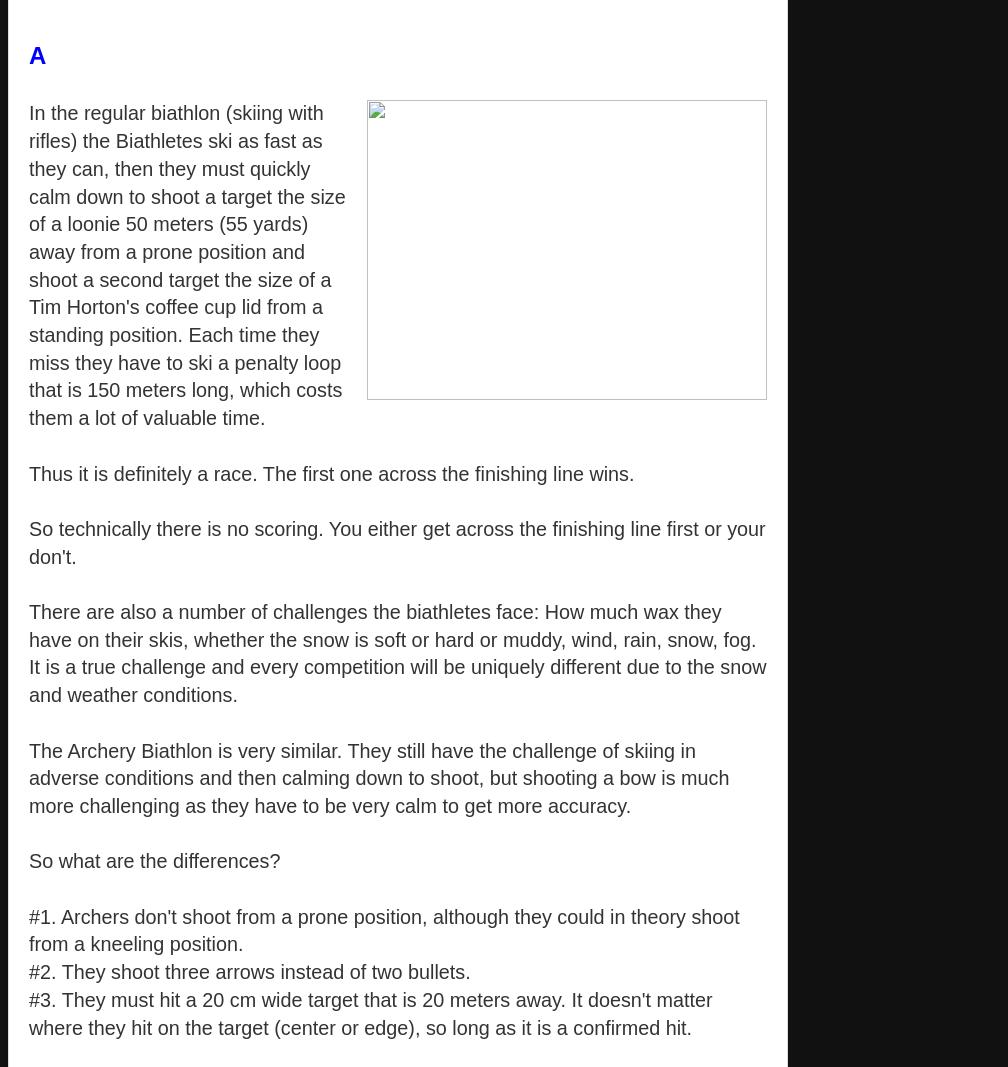  I want to click on 'A', so click(37, 54).